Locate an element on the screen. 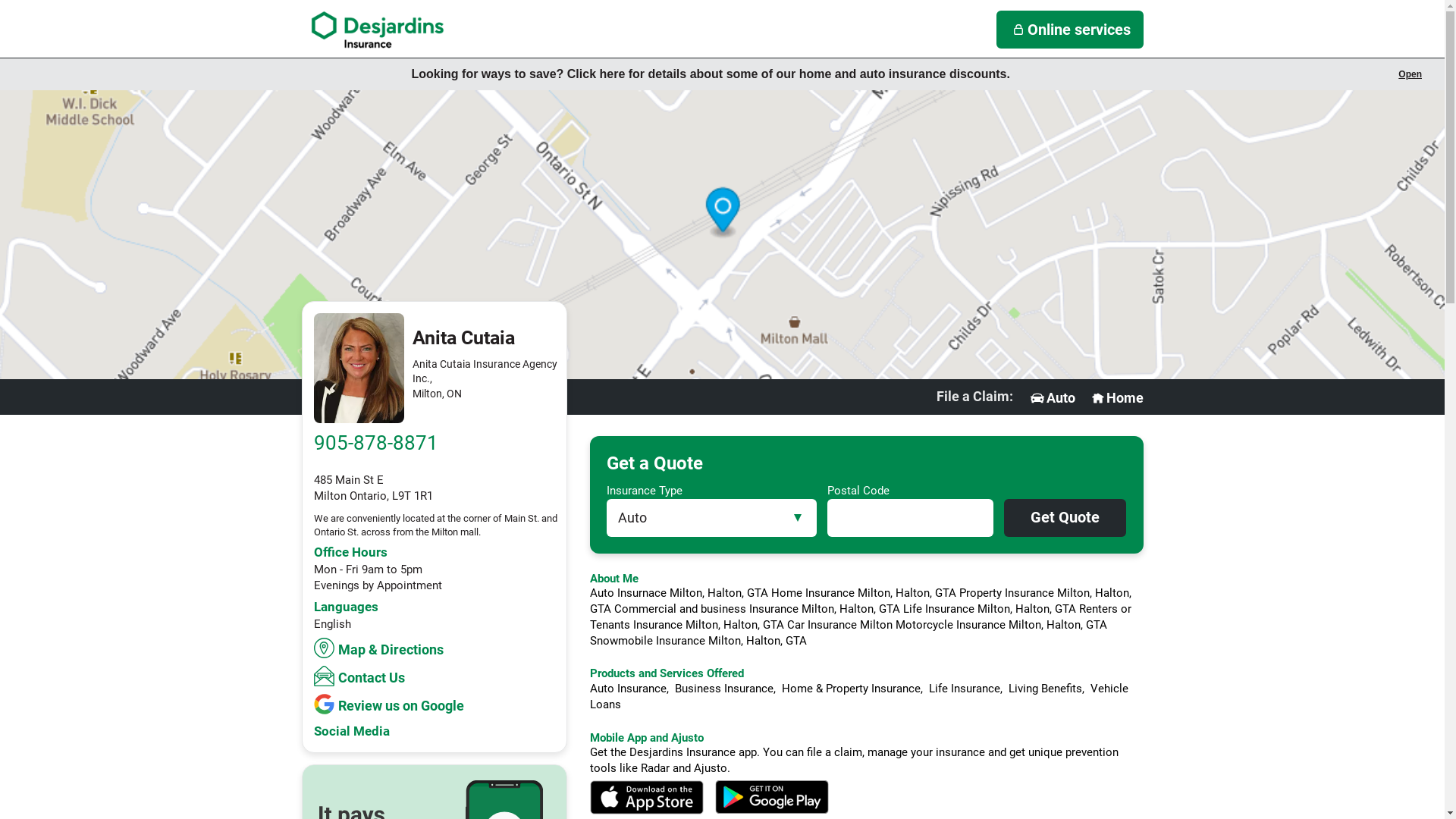 The height and width of the screenshot is (819, 1456). 'Map & Directions' is located at coordinates (381, 648).